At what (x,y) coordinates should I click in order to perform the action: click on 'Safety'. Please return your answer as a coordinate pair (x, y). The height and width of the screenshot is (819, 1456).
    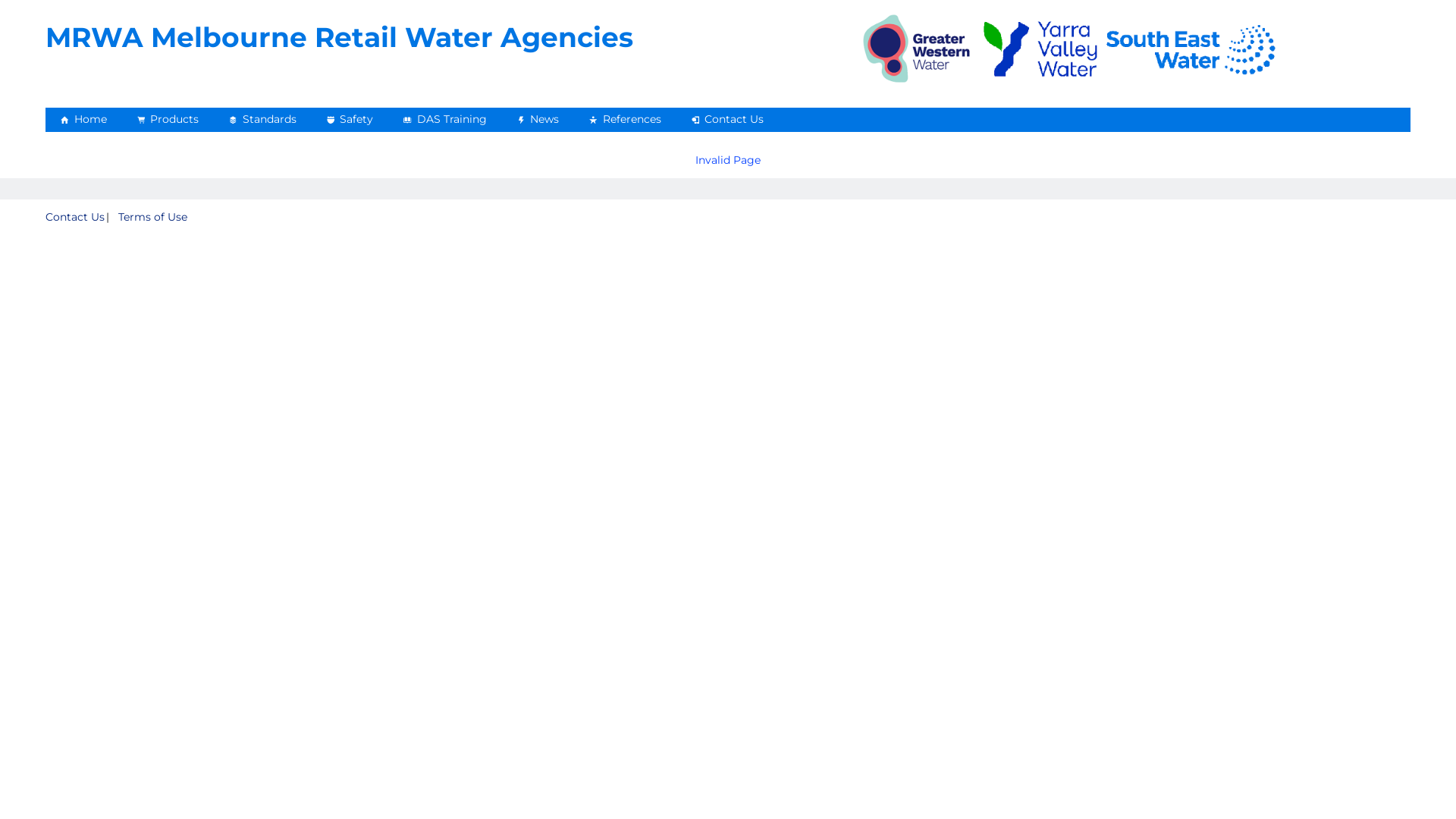
    Looking at the image, I should click on (348, 118).